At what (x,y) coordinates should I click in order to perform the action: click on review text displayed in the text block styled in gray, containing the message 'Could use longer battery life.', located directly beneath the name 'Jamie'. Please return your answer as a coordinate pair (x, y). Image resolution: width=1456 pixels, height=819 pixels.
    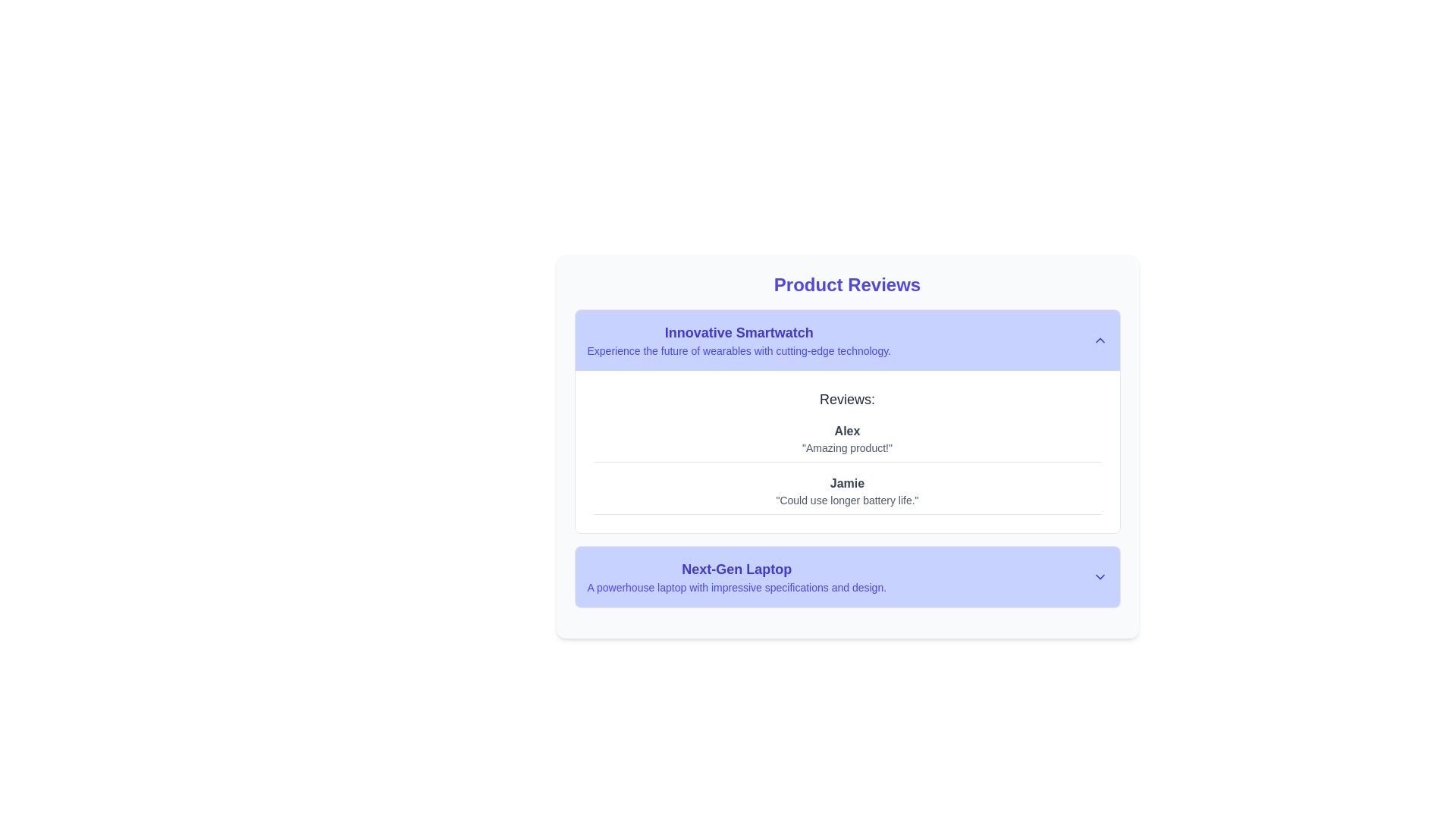
    Looking at the image, I should click on (846, 500).